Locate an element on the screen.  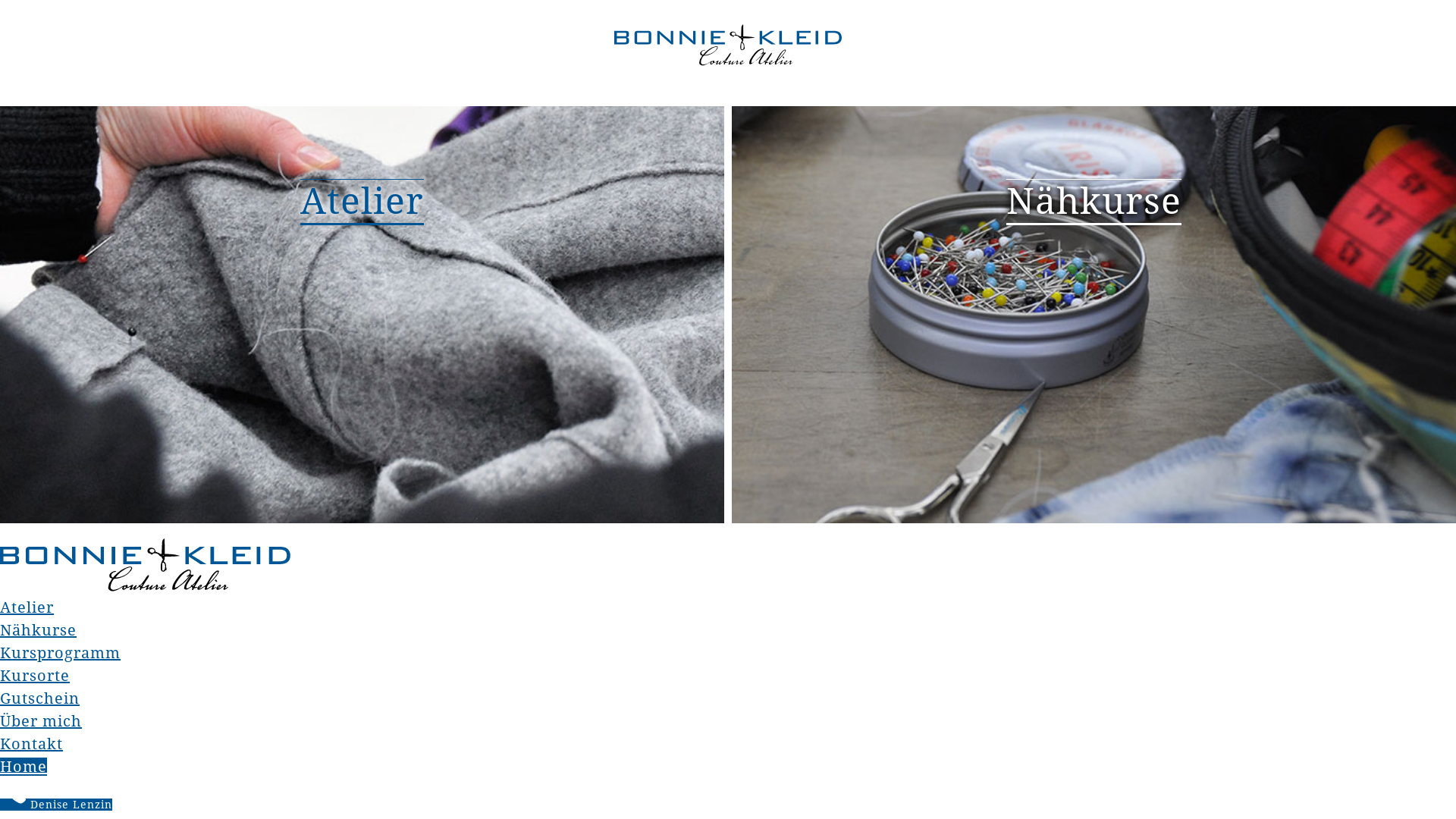
'Kontakt' is located at coordinates (31, 742).